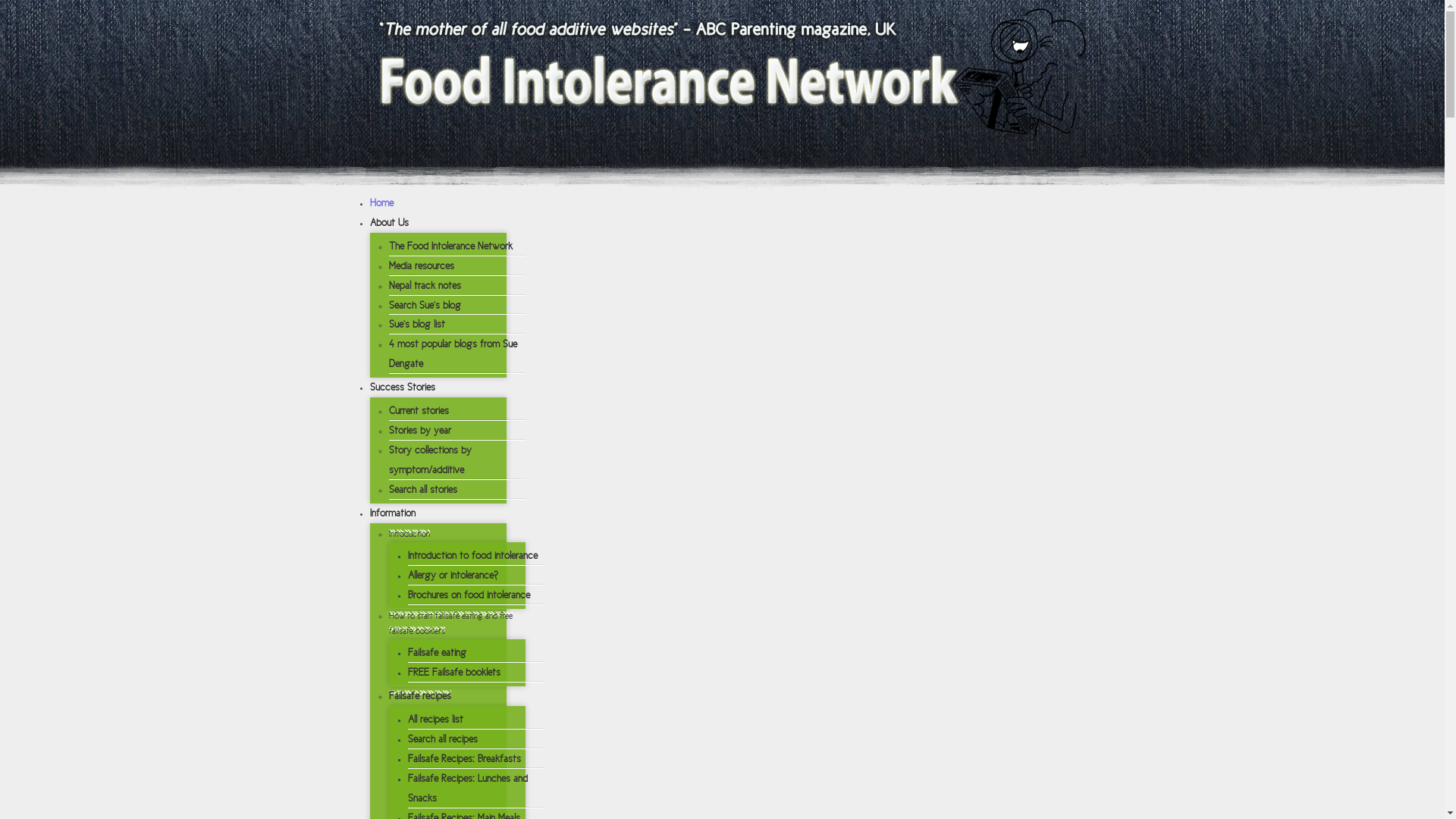 This screenshot has height=819, width=1456. I want to click on 'Introduction to food intolerance', so click(472, 555).